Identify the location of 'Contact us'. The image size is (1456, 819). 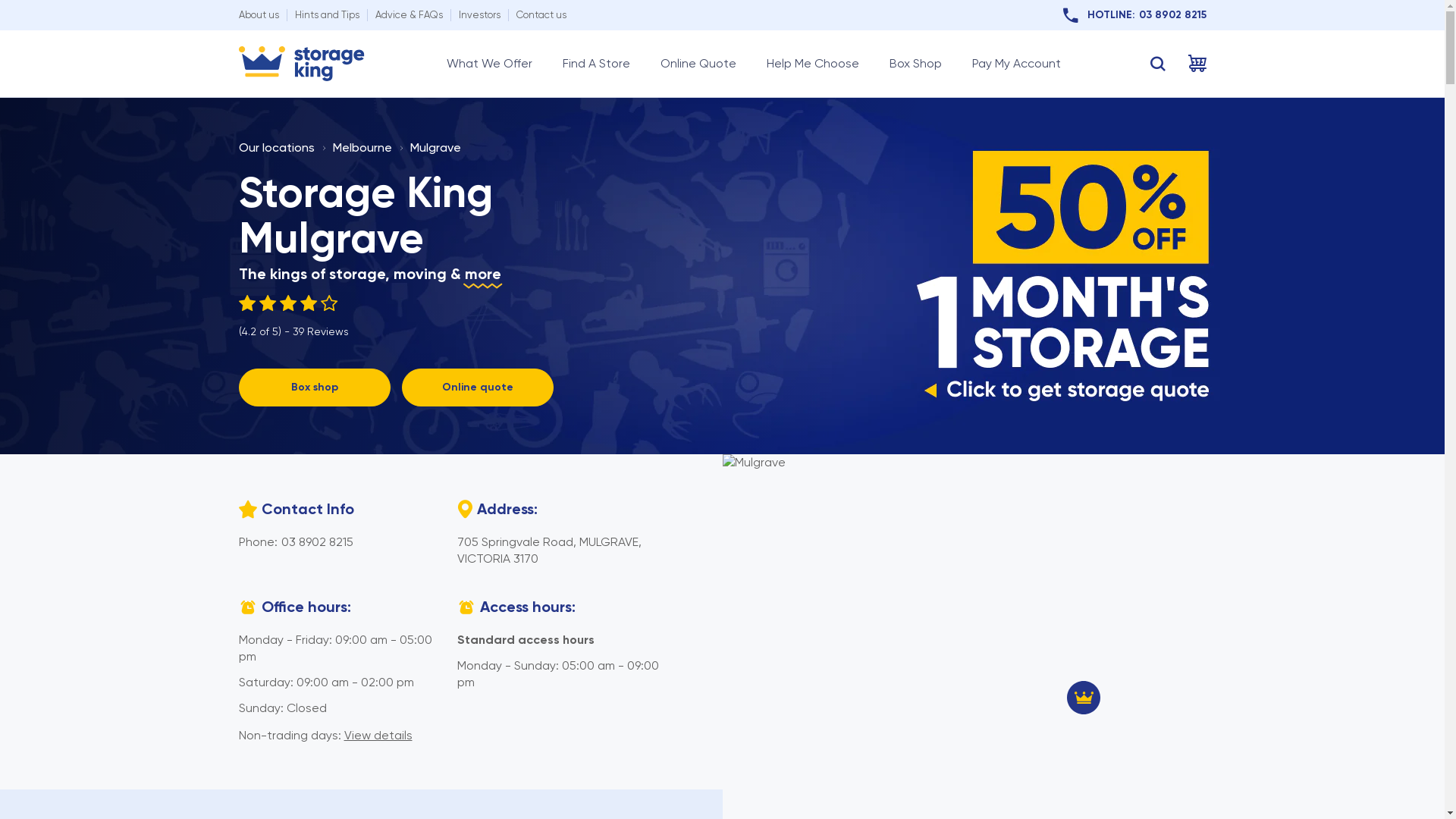
(516, 14).